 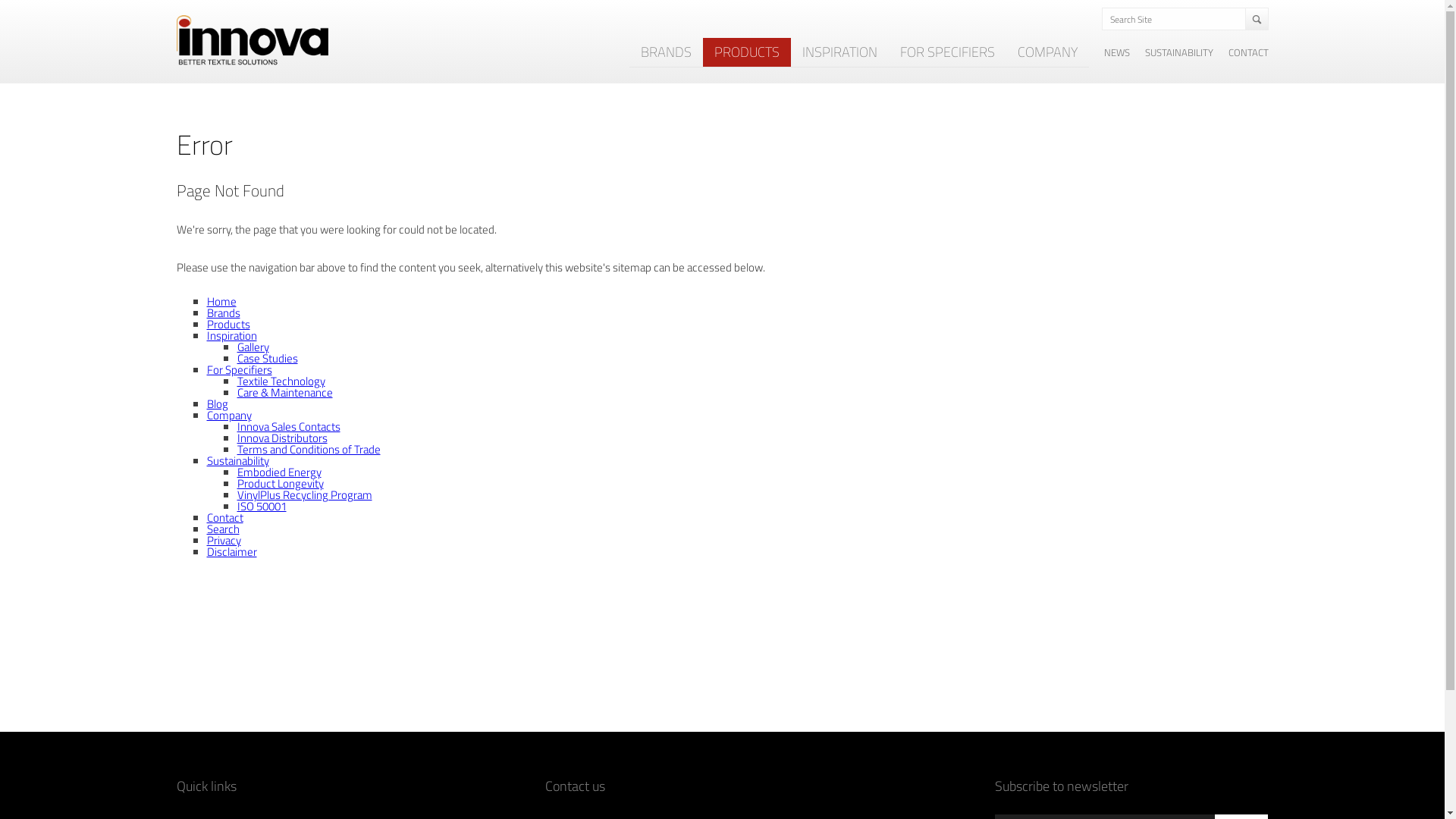 What do you see at coordinates (206, 415) in the screenshot?
I see `'Company'` at bounding box center [206, 415].